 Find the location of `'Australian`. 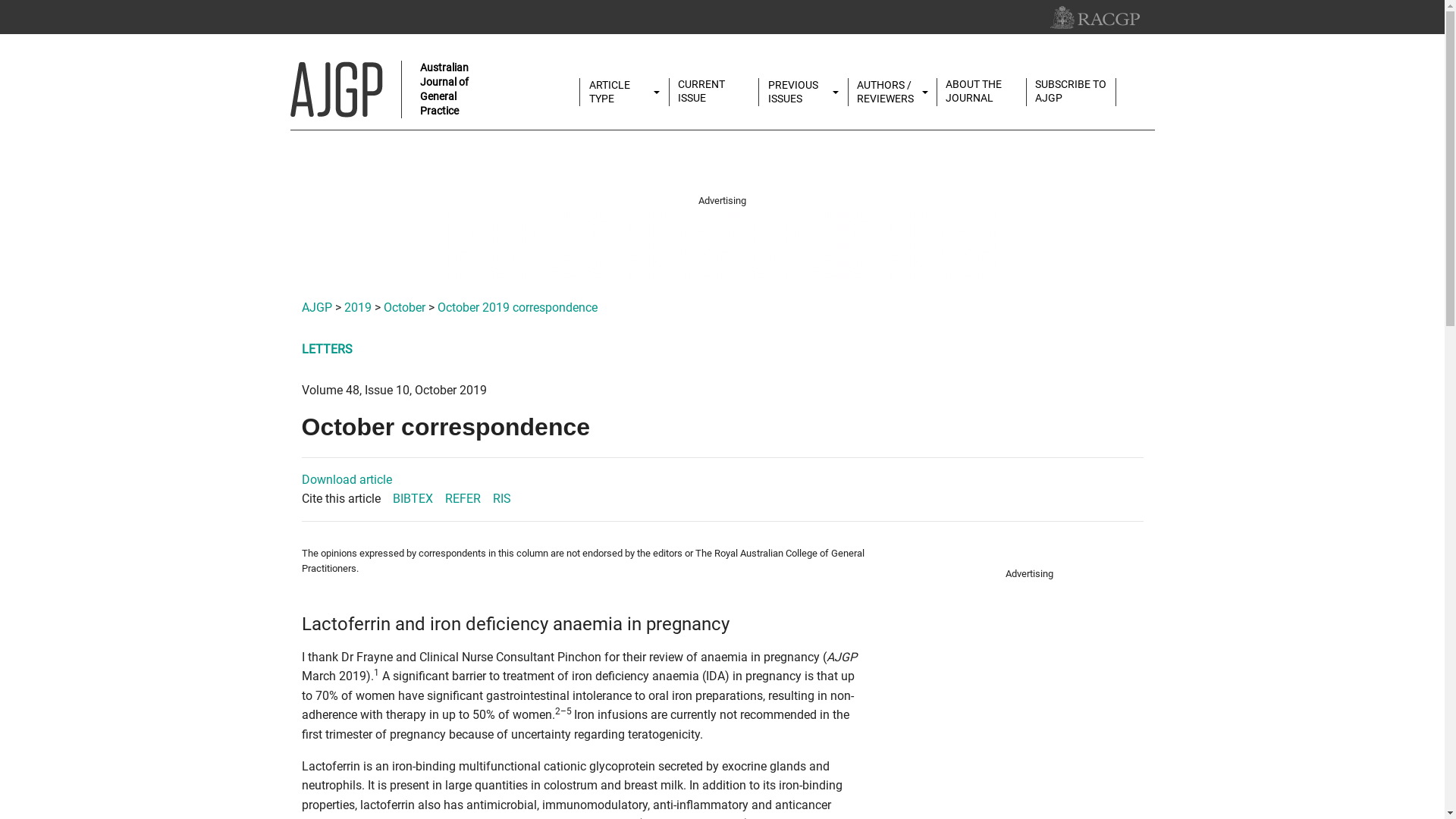

'Australian is located at coordinates (381, 89).